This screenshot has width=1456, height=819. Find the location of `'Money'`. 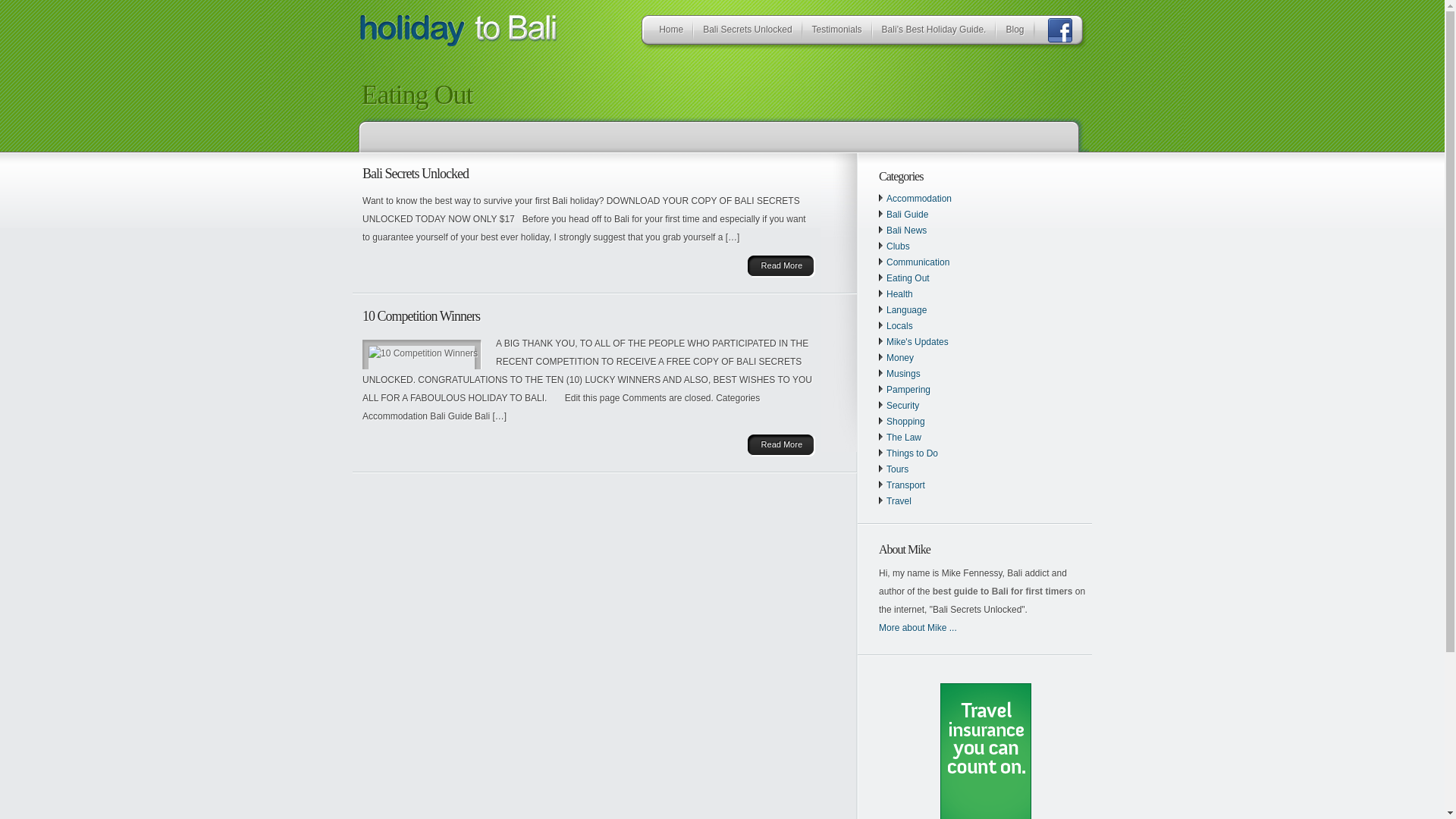

'Money' is located at coordinates (899, 357).